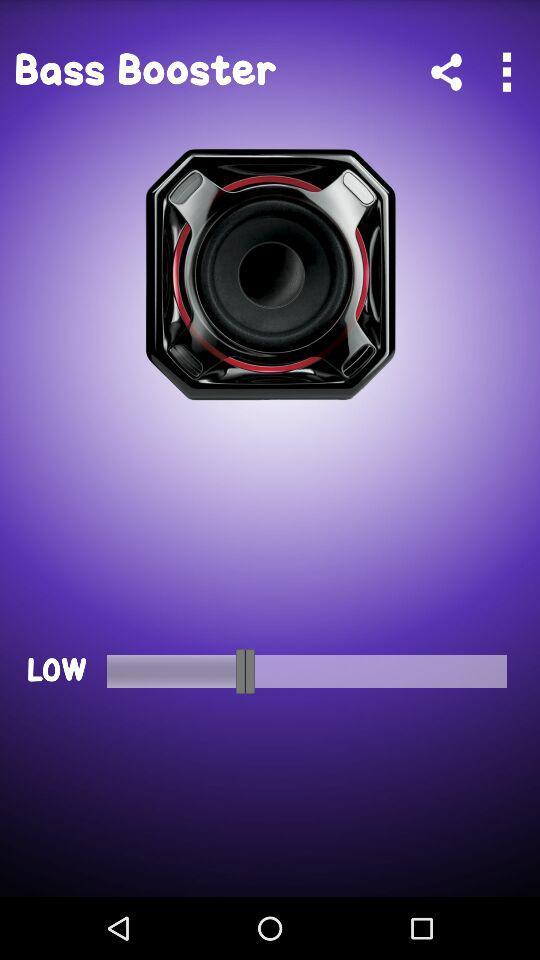 Image resolution: width=540 pixels, height=960 pixels. What do you see at coordinates (446, 72) in the screenshot?
I see `share to others` at bounding box center [446, 72].